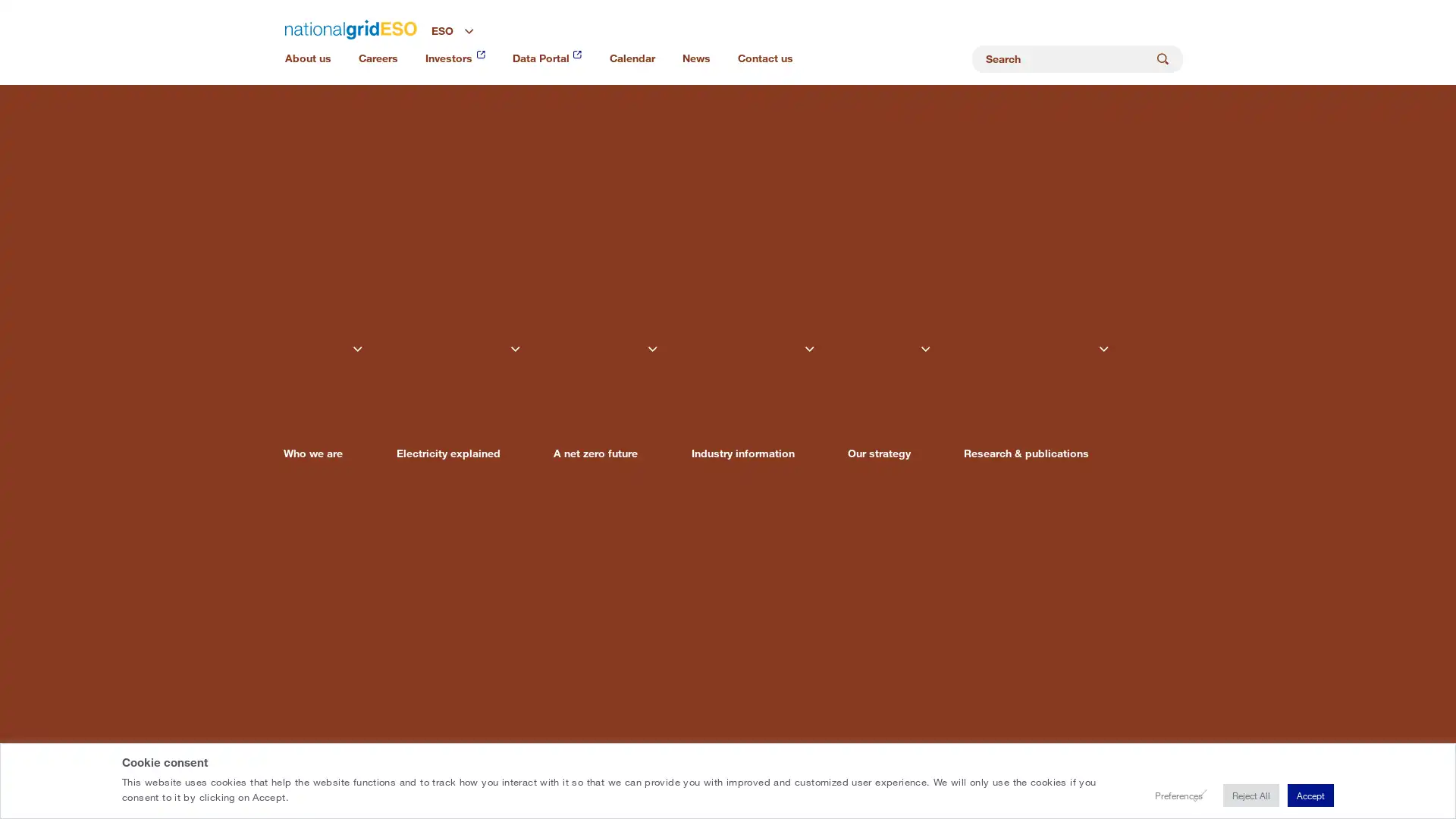 The width and height of the screenshot is (1456, 819). What do you see at coordinates (1306, 795) in the screenshot?
I see `Accept` at bounding box center [1306, 795].